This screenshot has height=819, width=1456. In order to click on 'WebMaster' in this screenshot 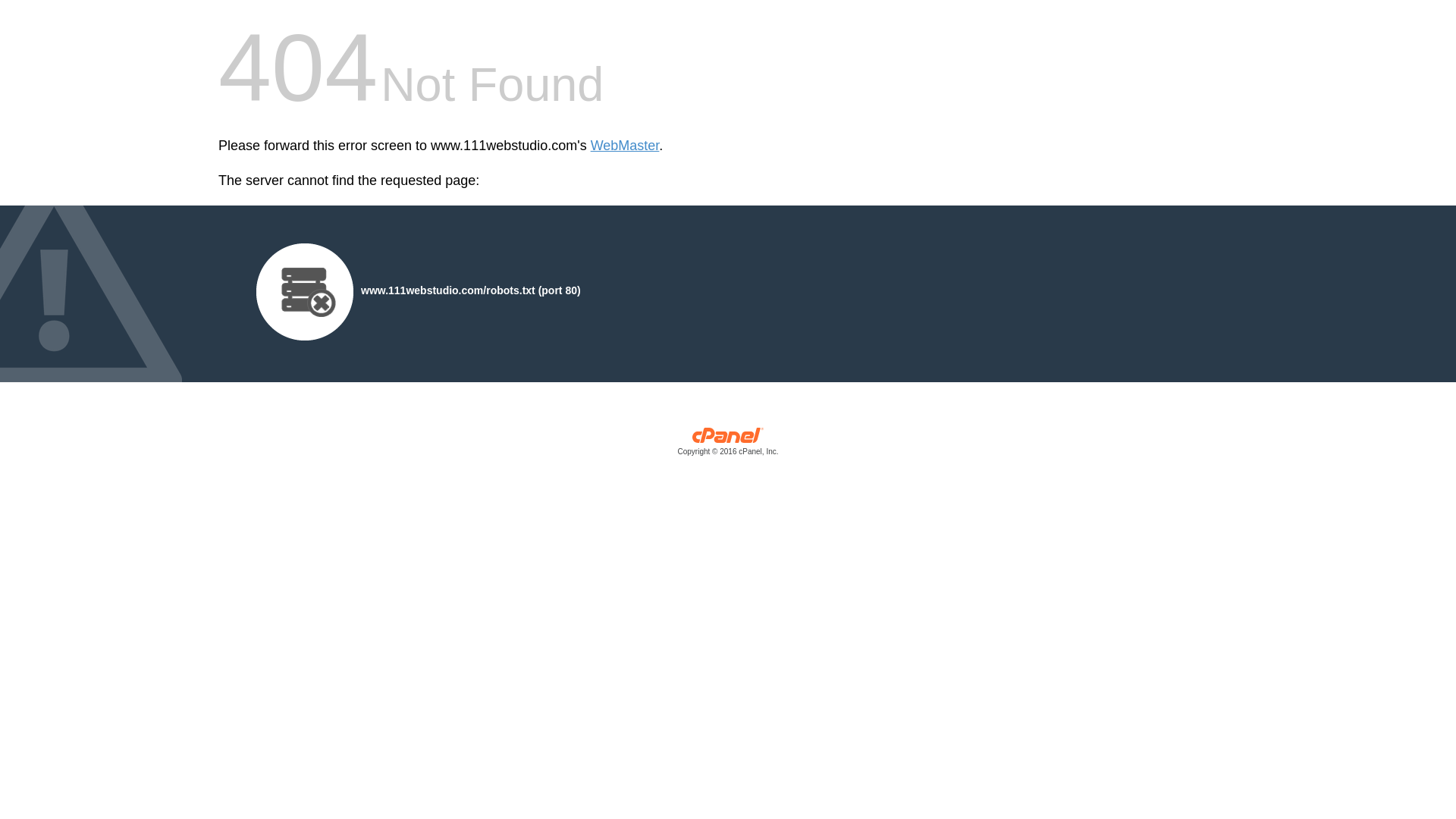, I will do `click(625, 146)`.